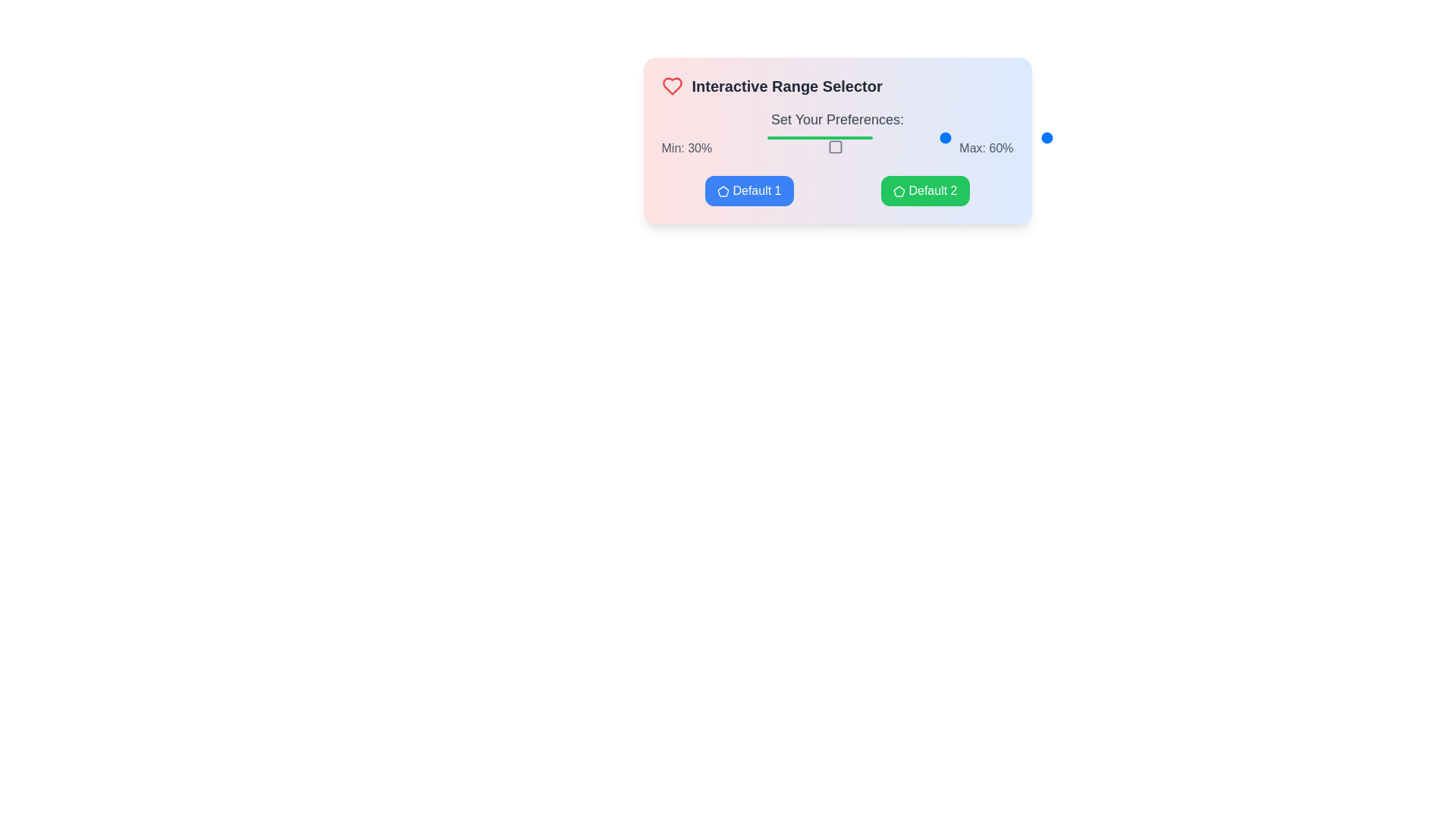 The width and height of the screenshot is (1456, 819). What do you see at coordinates (899, 190) in the screenshot?
I see `the decorative icon located within the green button labeled 'Default 2', positioned towards the left side of the button's text` at bounding box center [899, 190].